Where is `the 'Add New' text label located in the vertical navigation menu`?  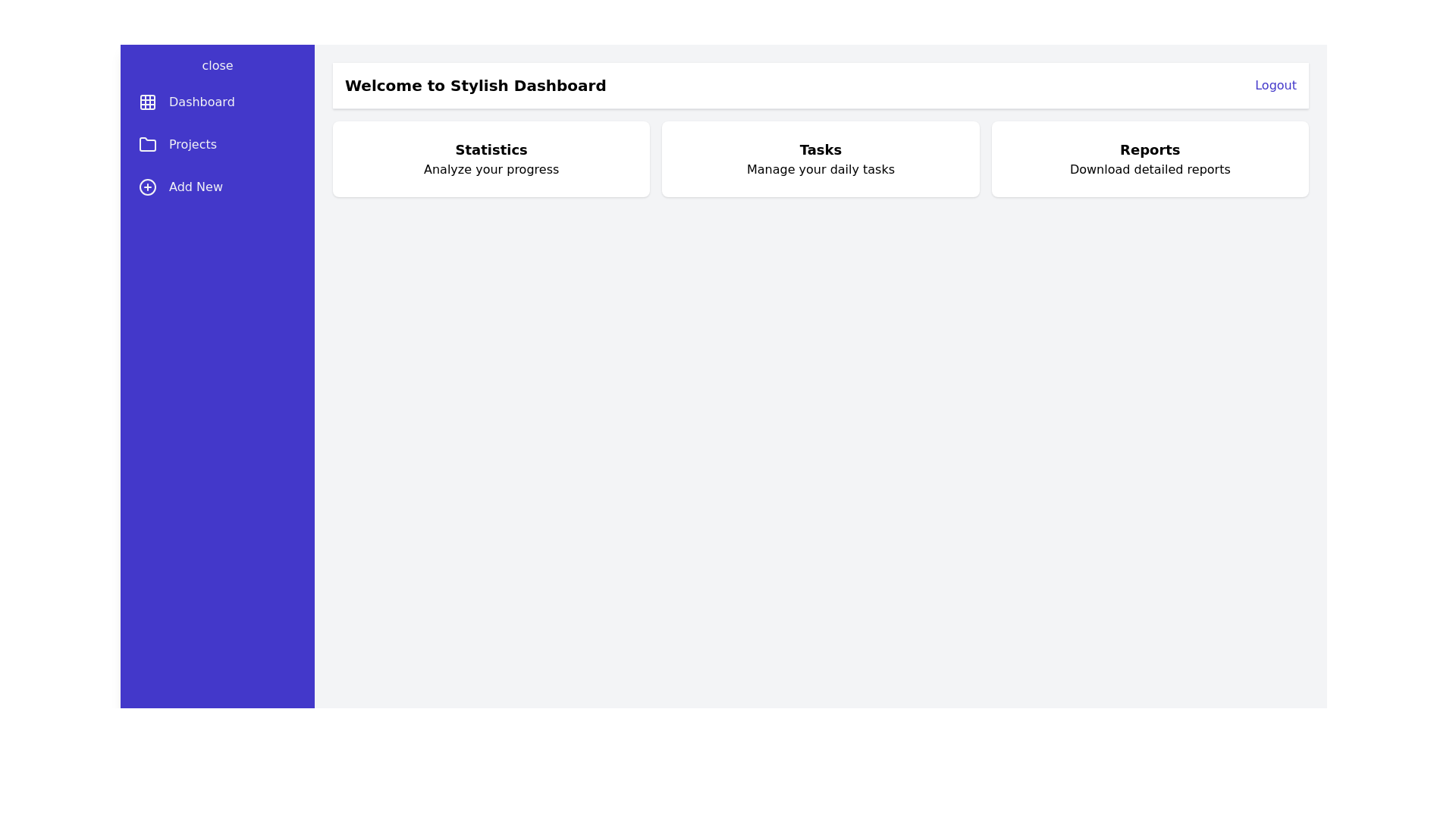 the 'Add New' text label located in the vertical navigation menu is located at coordinates (195, 186).